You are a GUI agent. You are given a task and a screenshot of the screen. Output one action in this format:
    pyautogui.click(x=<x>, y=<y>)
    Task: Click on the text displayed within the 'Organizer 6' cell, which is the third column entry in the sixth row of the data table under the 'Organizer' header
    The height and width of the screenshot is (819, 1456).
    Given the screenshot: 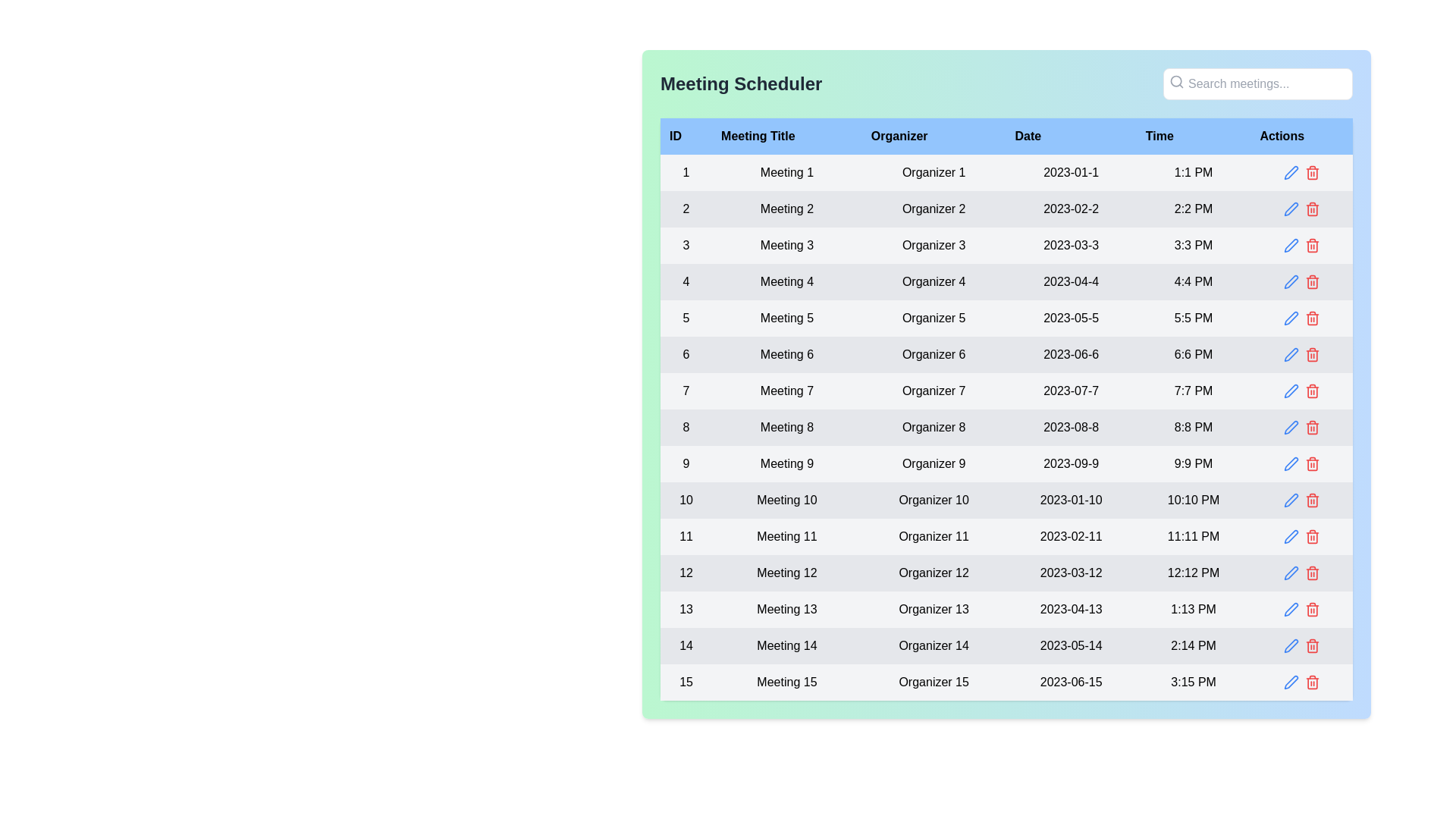 What is the action you would take?
    pyautogui.click(x=933, y=354)
    